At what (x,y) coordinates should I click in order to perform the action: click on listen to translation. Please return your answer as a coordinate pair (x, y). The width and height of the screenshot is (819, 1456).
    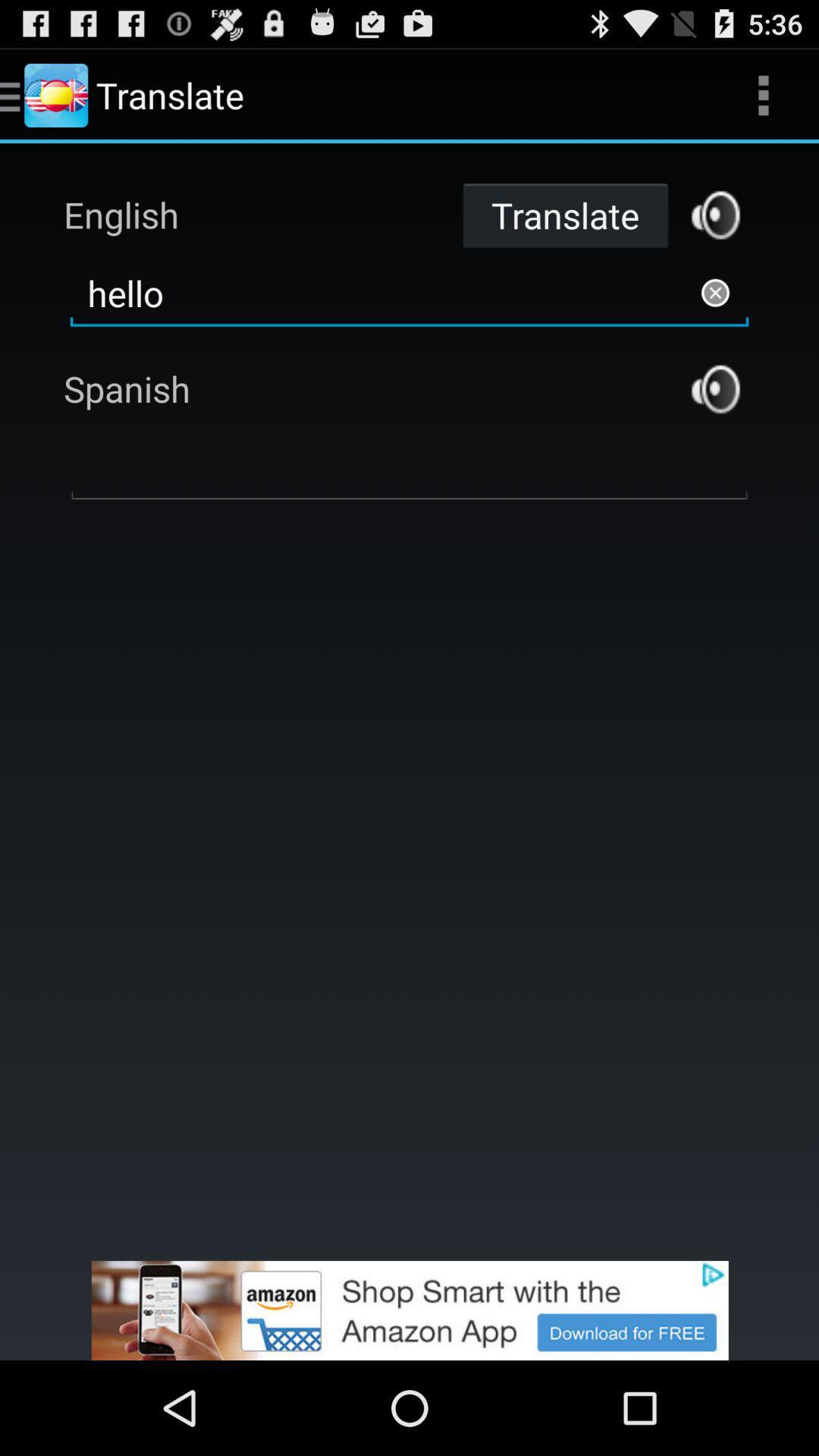
    Looking at the image, I should click on (715, 389).